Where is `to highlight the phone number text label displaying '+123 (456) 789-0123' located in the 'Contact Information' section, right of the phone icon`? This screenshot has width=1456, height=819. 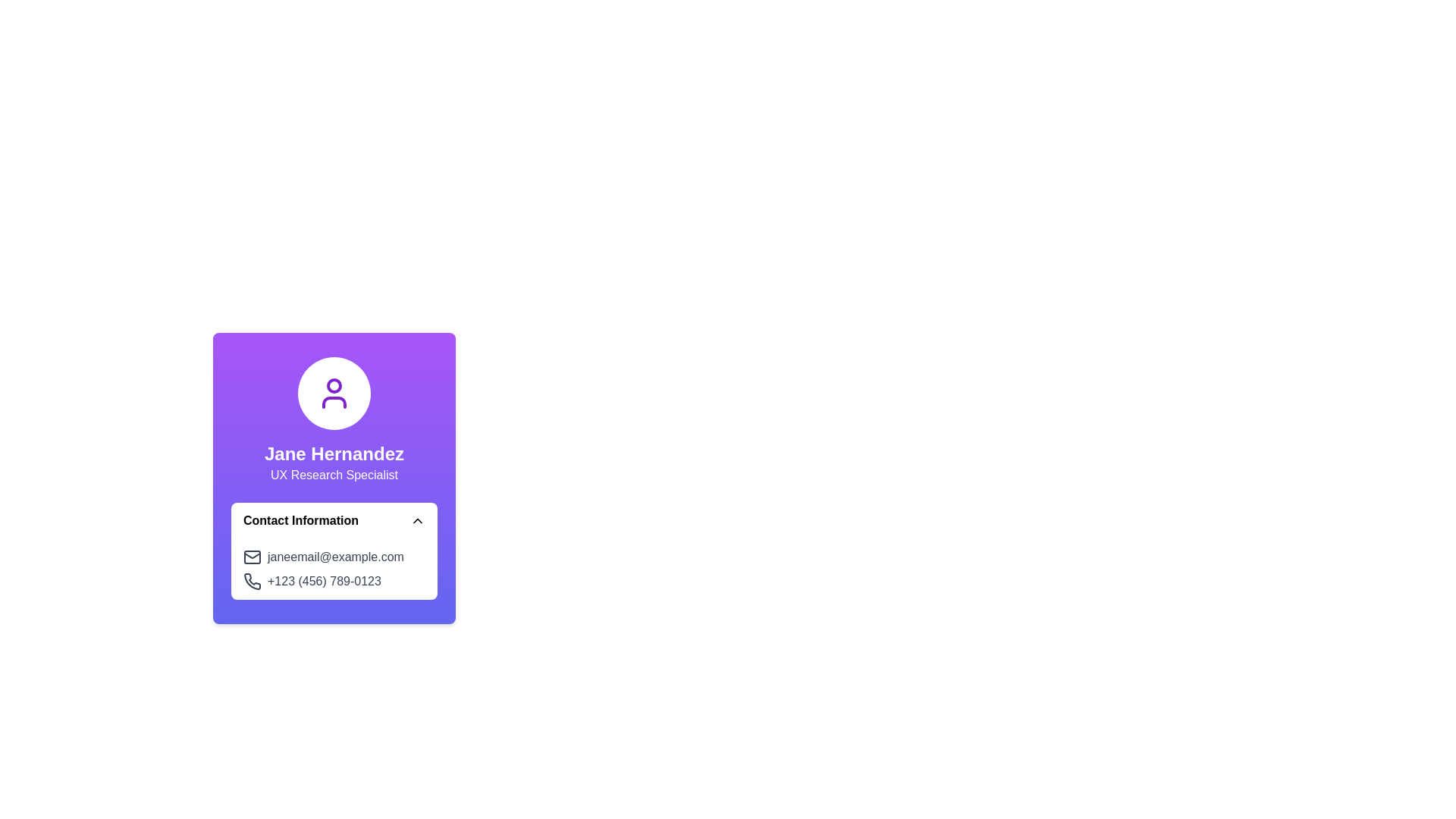 to highlight the phone number text label displaying '+123 (456) 789-0123' located in the 'Contact Information' section, right of the phone icon is located at coordinates (323, 581).